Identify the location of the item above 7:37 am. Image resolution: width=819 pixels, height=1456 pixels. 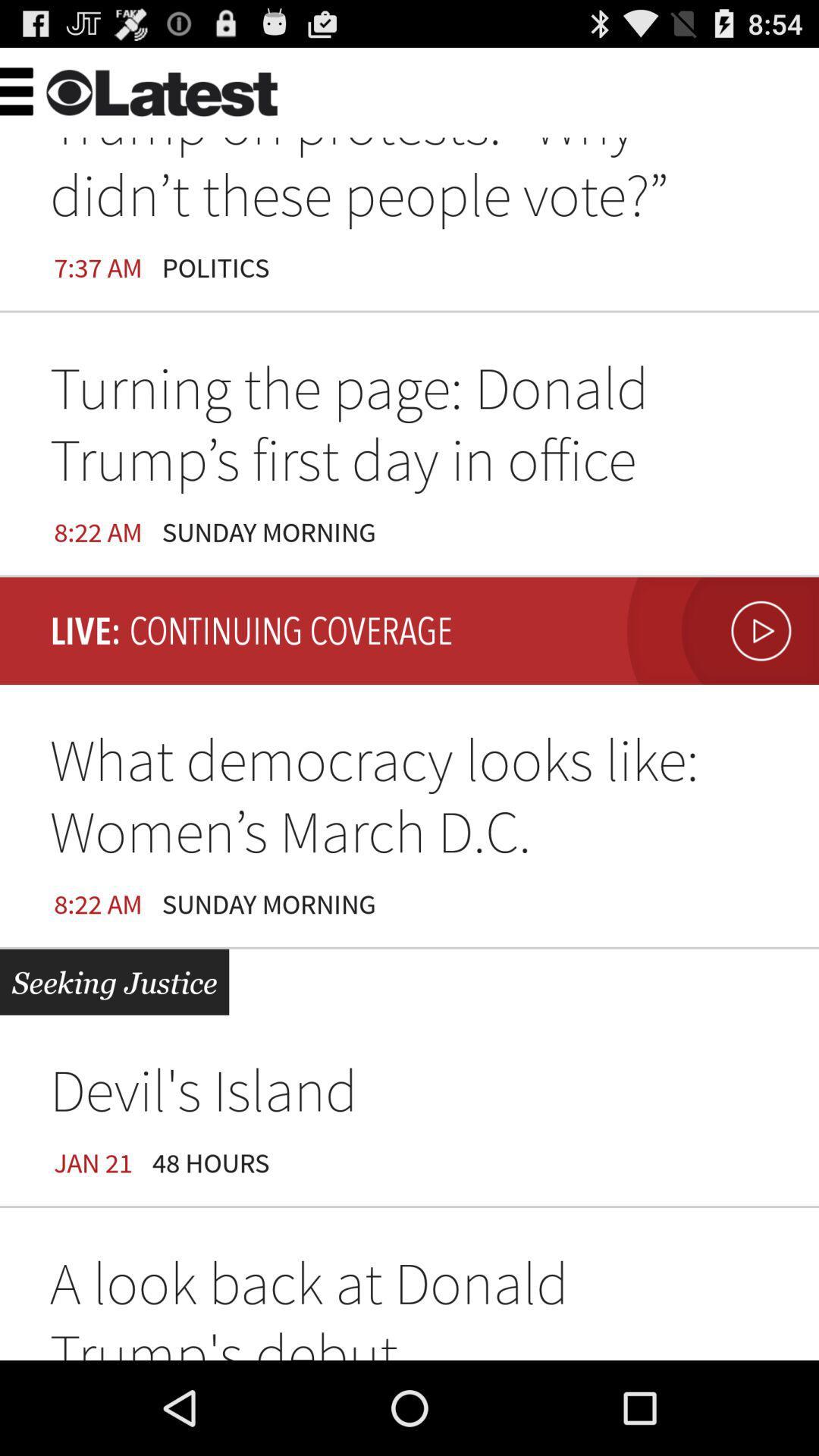
(49, 89).